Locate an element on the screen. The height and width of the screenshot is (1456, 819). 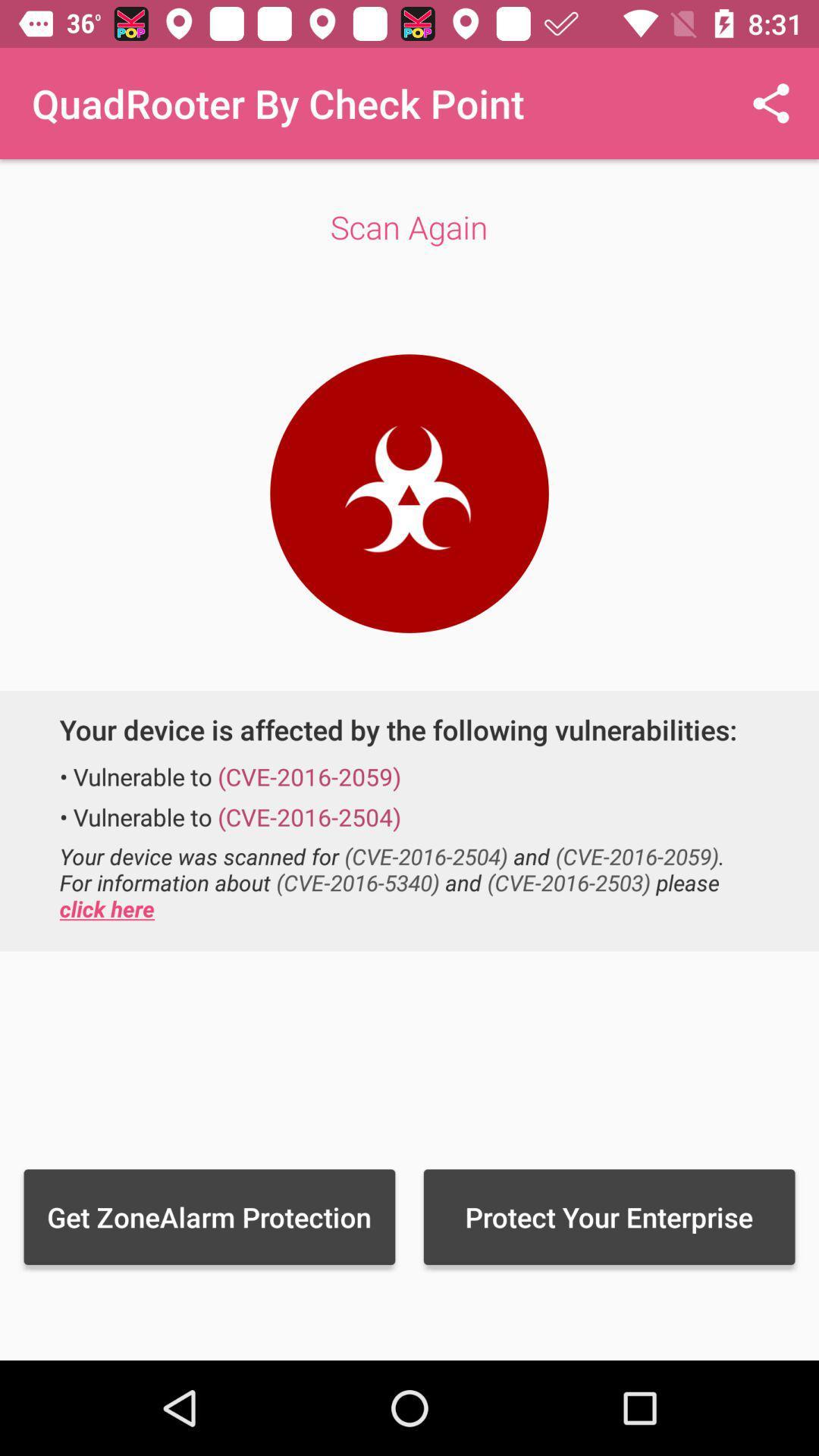
item to the left of protect your enterprise item is located at coordinates (209, 1216).